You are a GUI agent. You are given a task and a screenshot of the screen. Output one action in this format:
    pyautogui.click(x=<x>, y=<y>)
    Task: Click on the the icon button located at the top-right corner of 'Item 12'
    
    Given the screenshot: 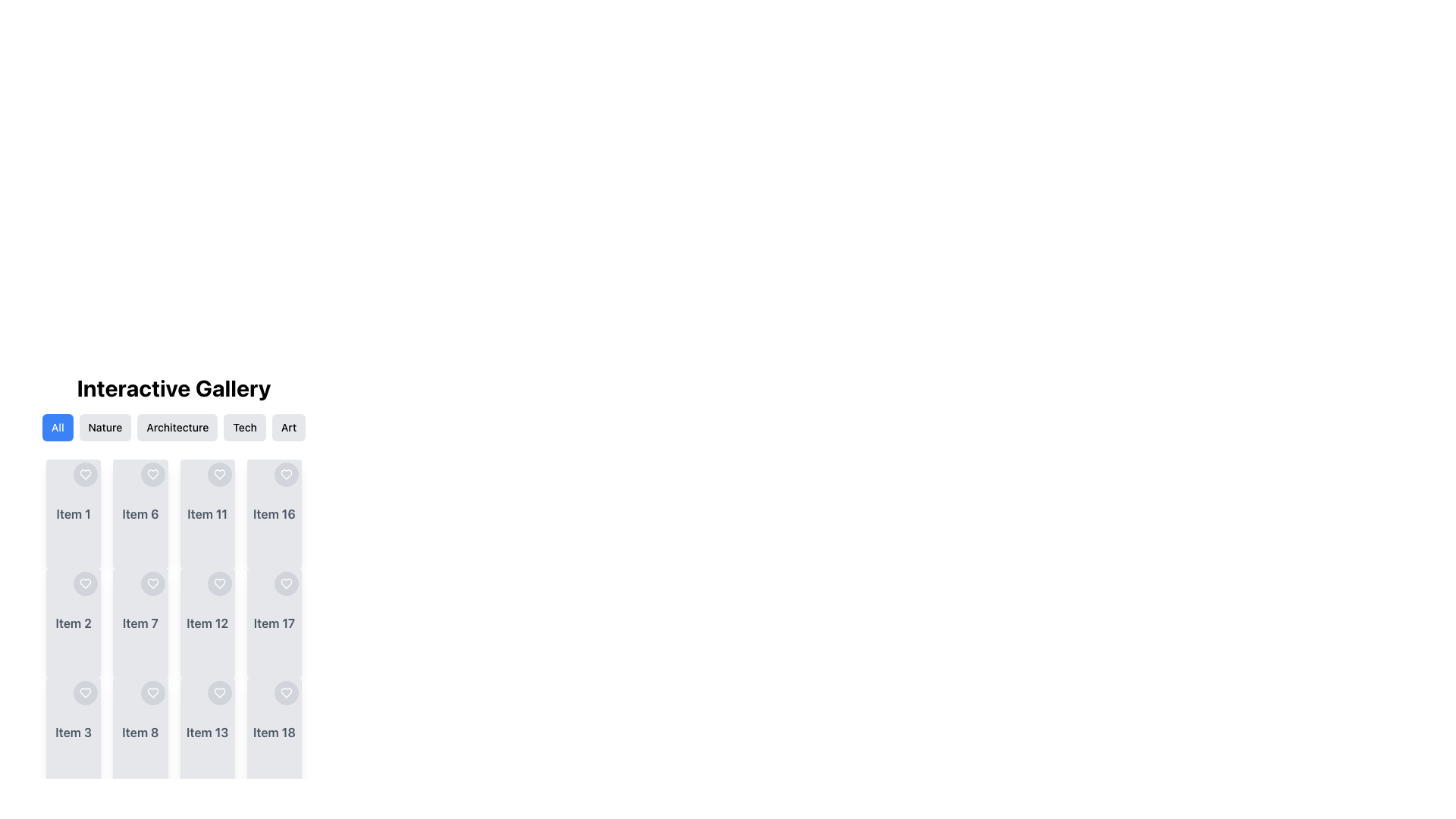 What is the action you would take?
    pyautogui.click(x=218, y=583)
    